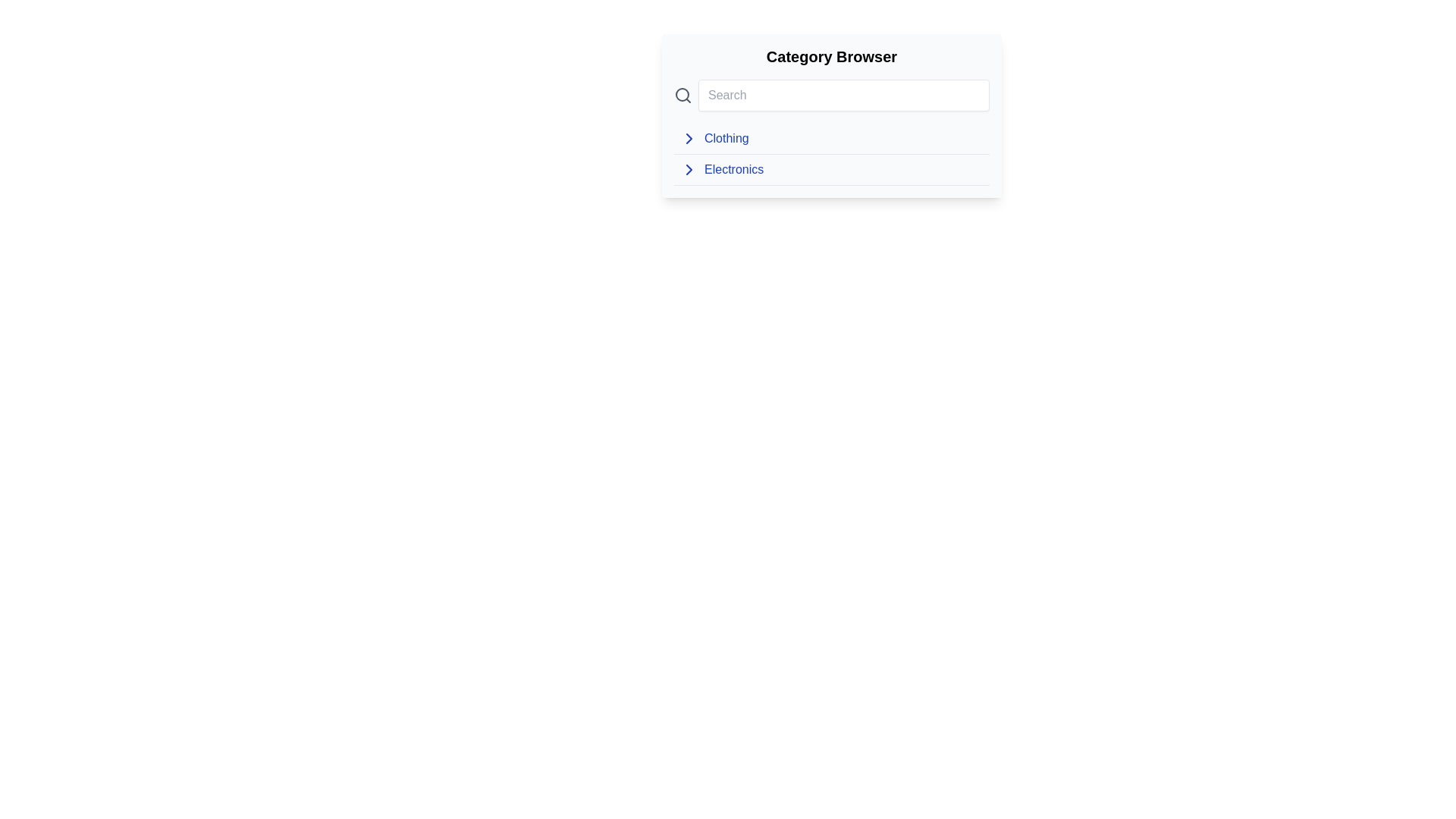 The image size is (1456, 819). What do you see at coordinates (688, 169) in the screenshot?
I see `the icon located to the immediate left of the 'Electronics' text, which serves as a navigation component for the Electronics category` at bounding box center [688, 169].